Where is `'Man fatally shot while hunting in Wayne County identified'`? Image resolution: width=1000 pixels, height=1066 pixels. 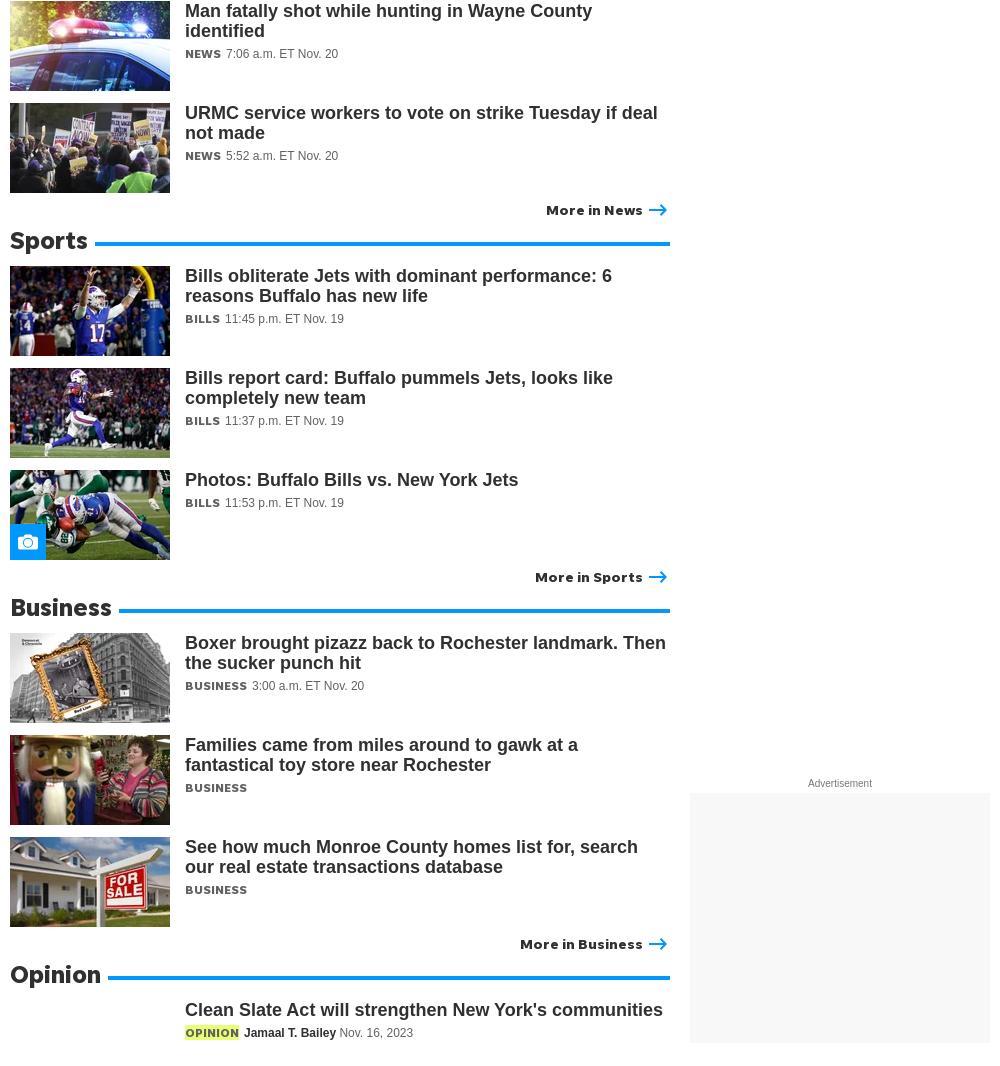 'Man fatally shot while hunting in Wayne County identified' is located at coordinates (388, 20).